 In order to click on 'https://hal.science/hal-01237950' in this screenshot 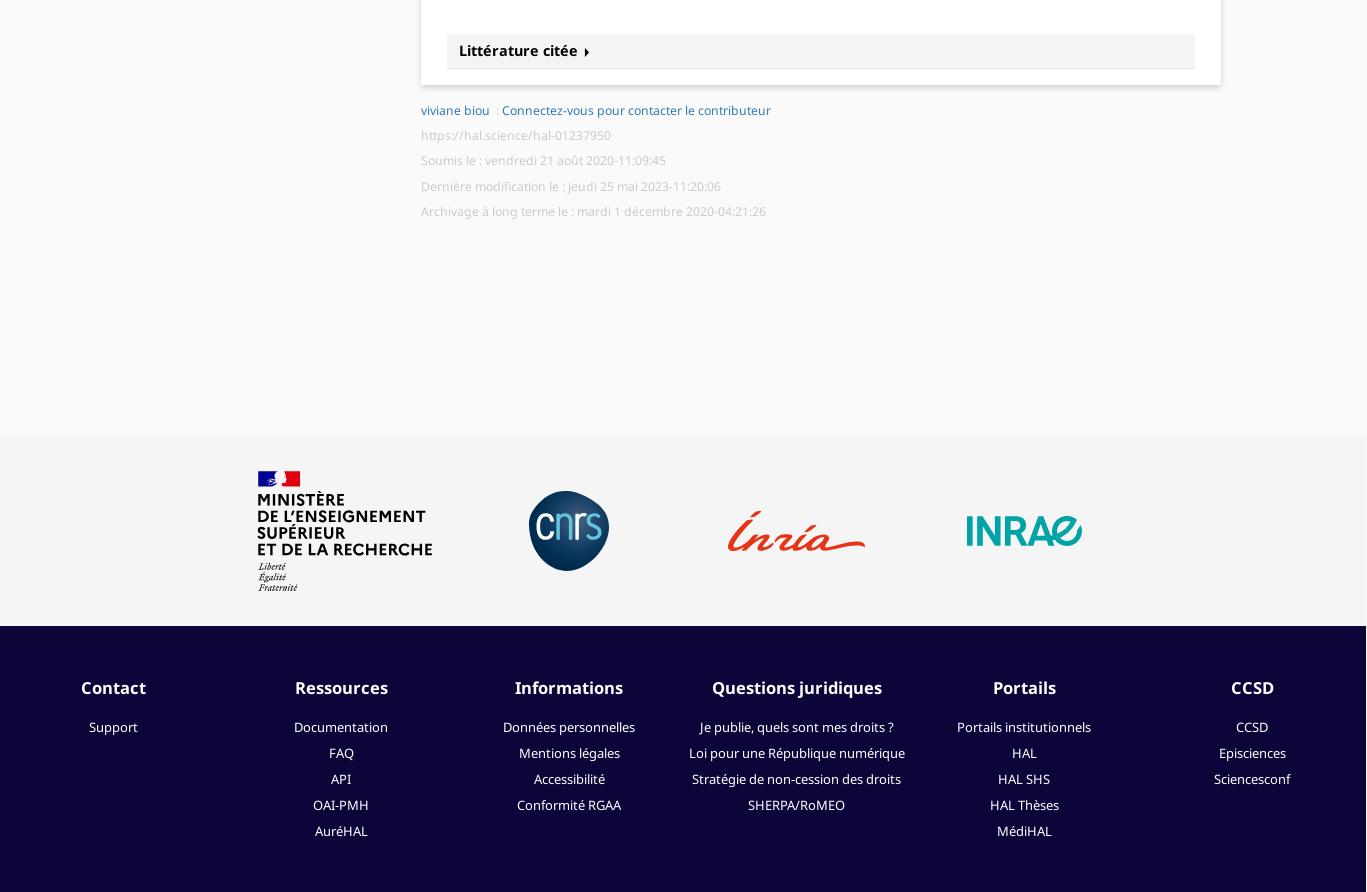, I will do `click(515, 134)`.